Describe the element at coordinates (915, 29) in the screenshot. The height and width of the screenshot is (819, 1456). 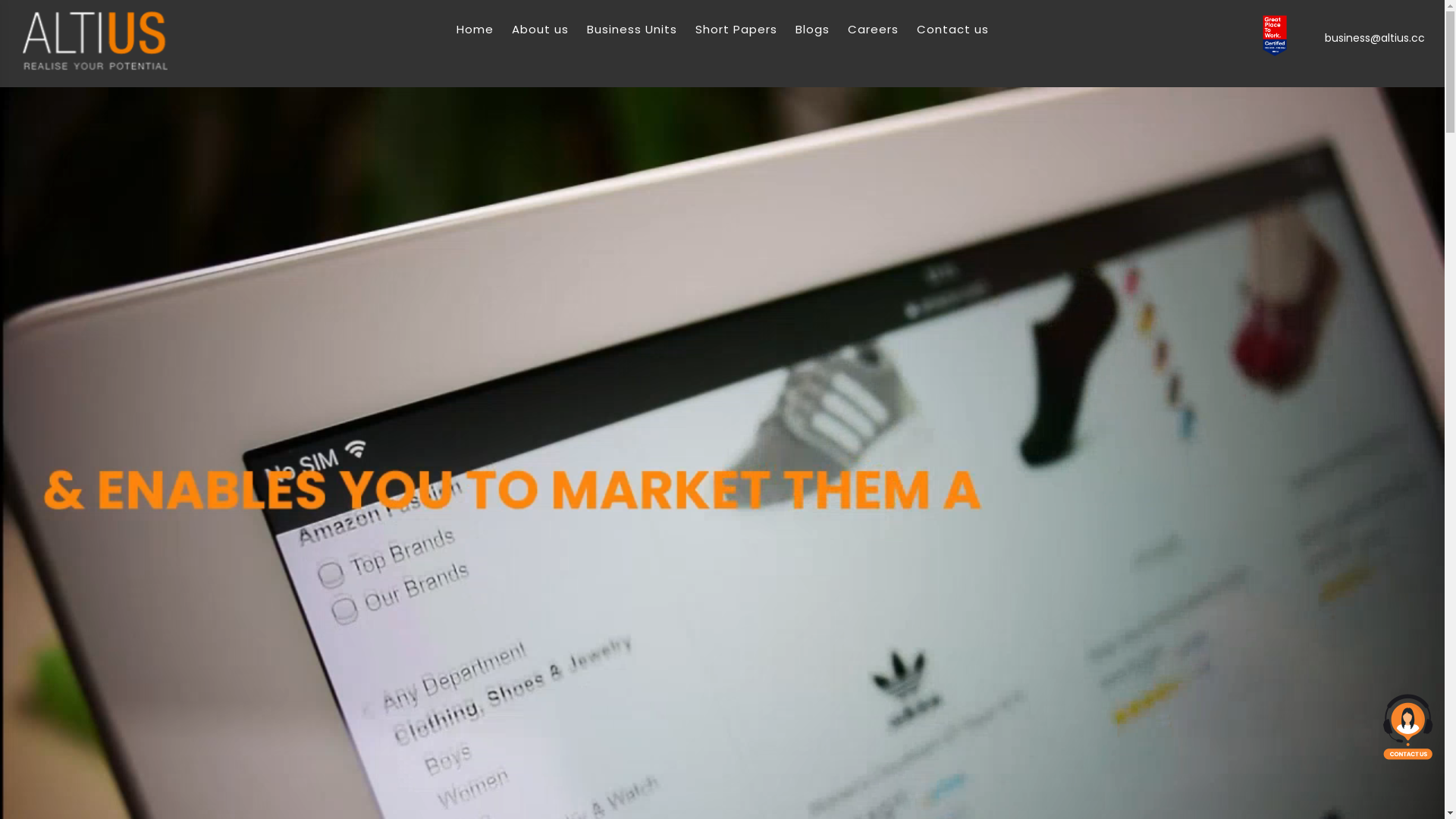
I see `'Contact us'` at that location.